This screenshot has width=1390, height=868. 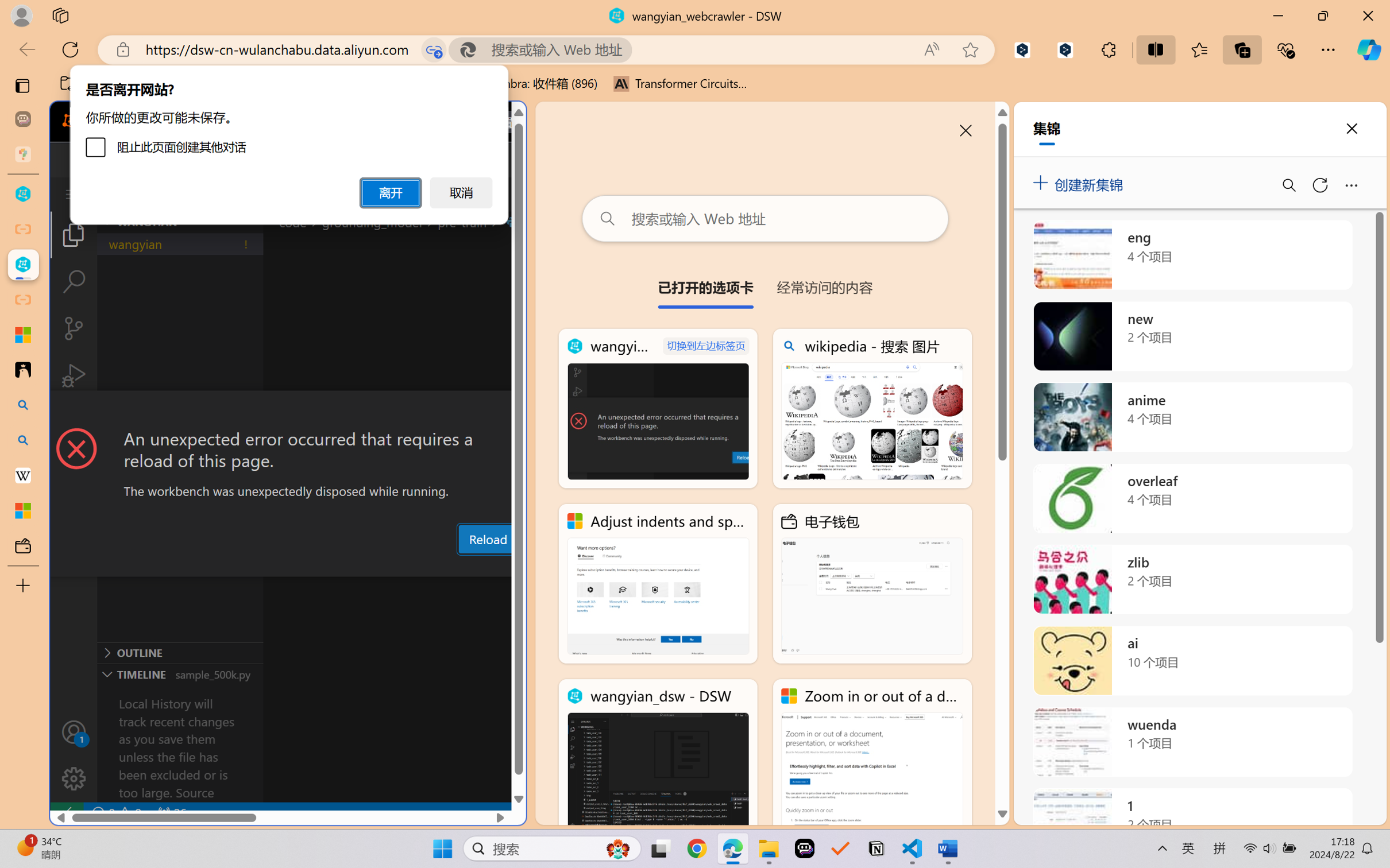 What do you see at coordinates (658, 584) in the screenshot?
I see `'Adjust indents and spacing - Microsoft Support'` at bounding box center [658, 584].